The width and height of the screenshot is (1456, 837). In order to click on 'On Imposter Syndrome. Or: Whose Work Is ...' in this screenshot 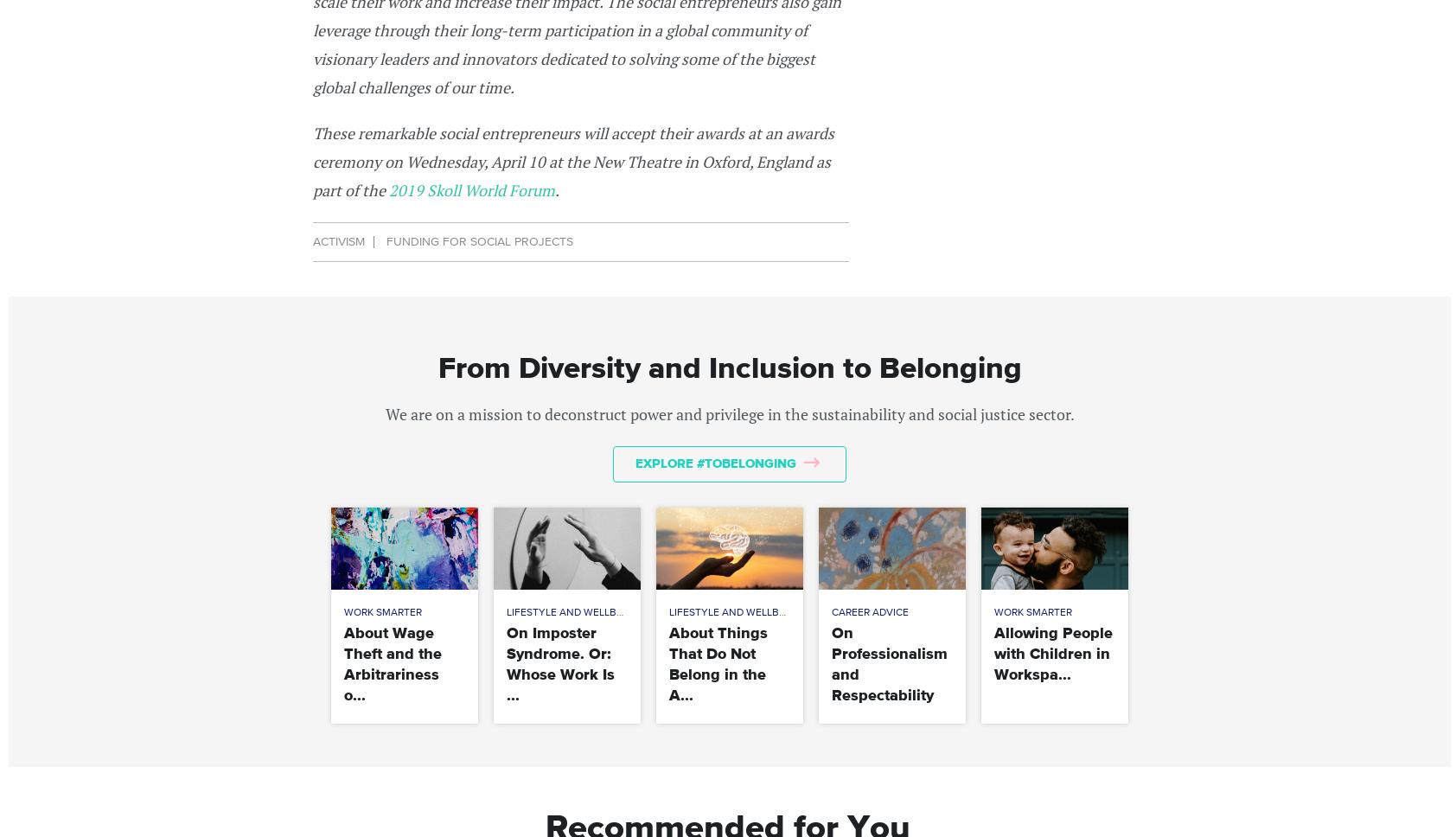, I will do `click(560, 663)`.